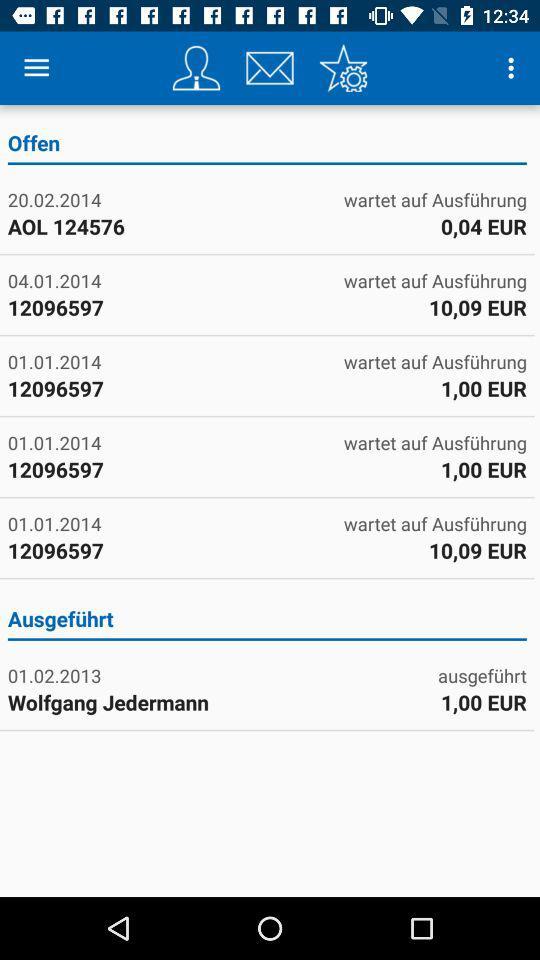 The height and width of the screenshot is (960, 540). Describe the element at coordinates (482, 226) in the screenshot. I see `icon to the right of 20.02.2014 icon` at that location.